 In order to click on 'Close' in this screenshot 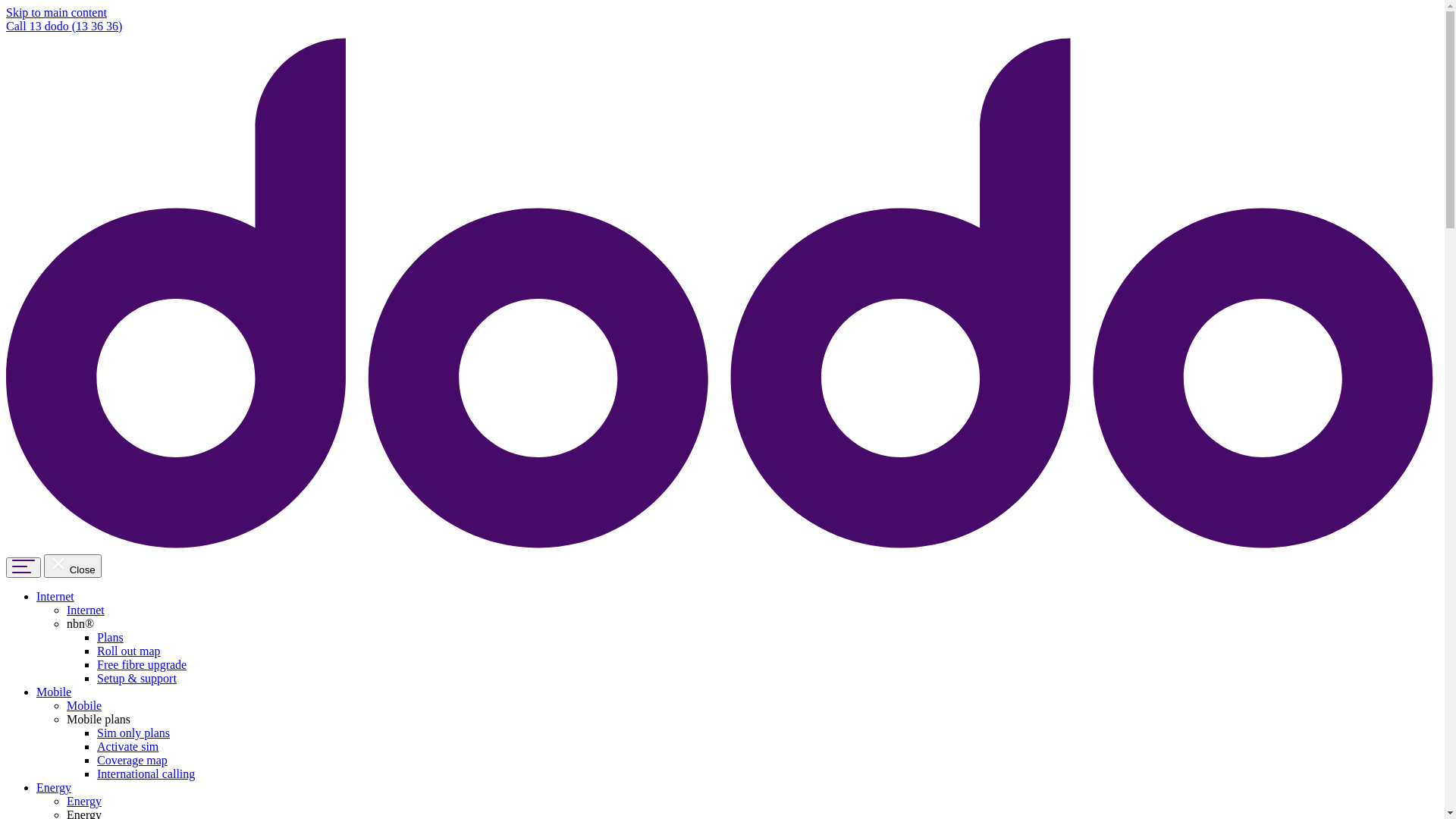, I will do `click(43, 566)`.